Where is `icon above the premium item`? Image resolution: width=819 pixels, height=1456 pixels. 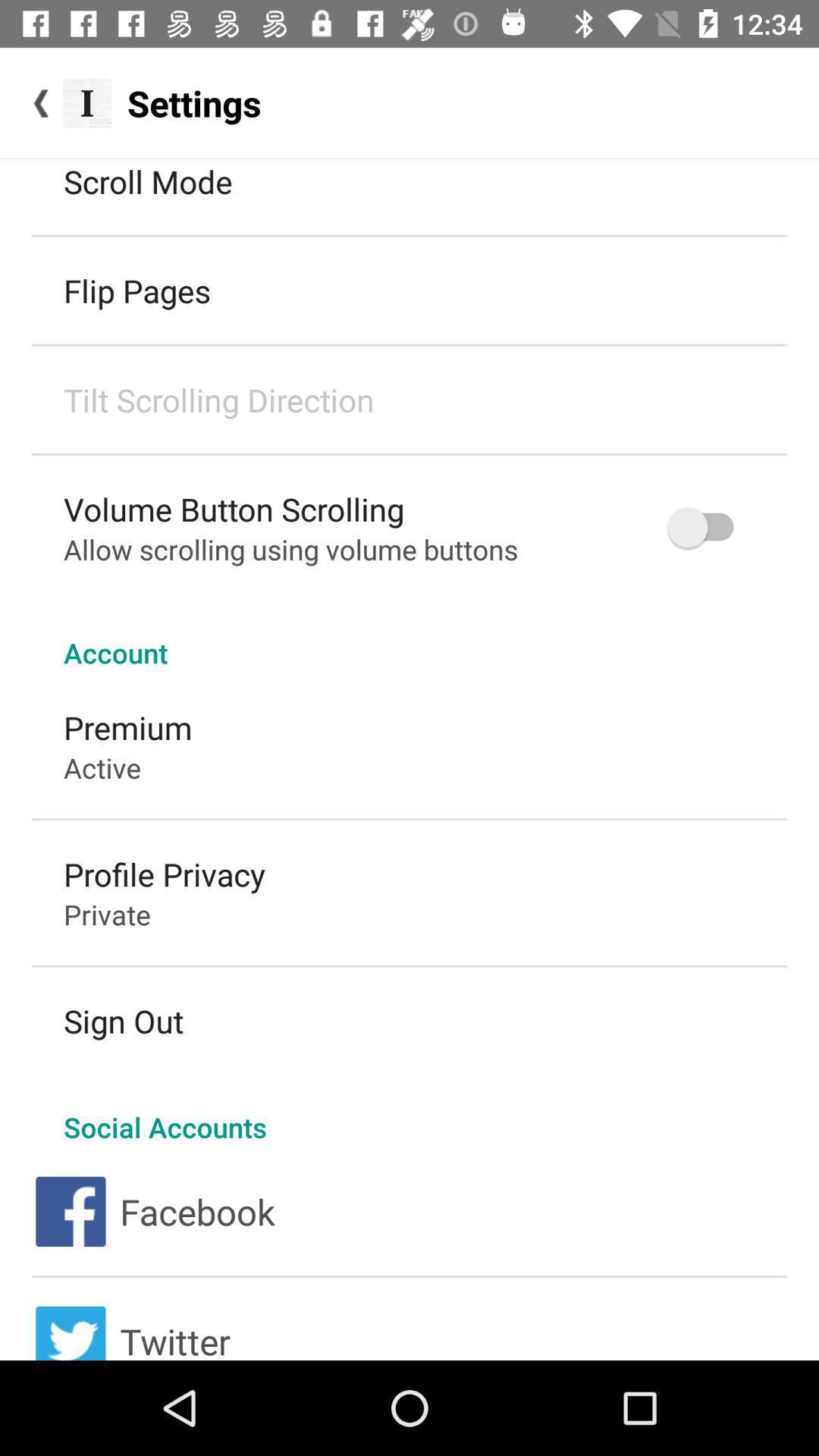
icon above the premium item is located at coordinates (409, 637).